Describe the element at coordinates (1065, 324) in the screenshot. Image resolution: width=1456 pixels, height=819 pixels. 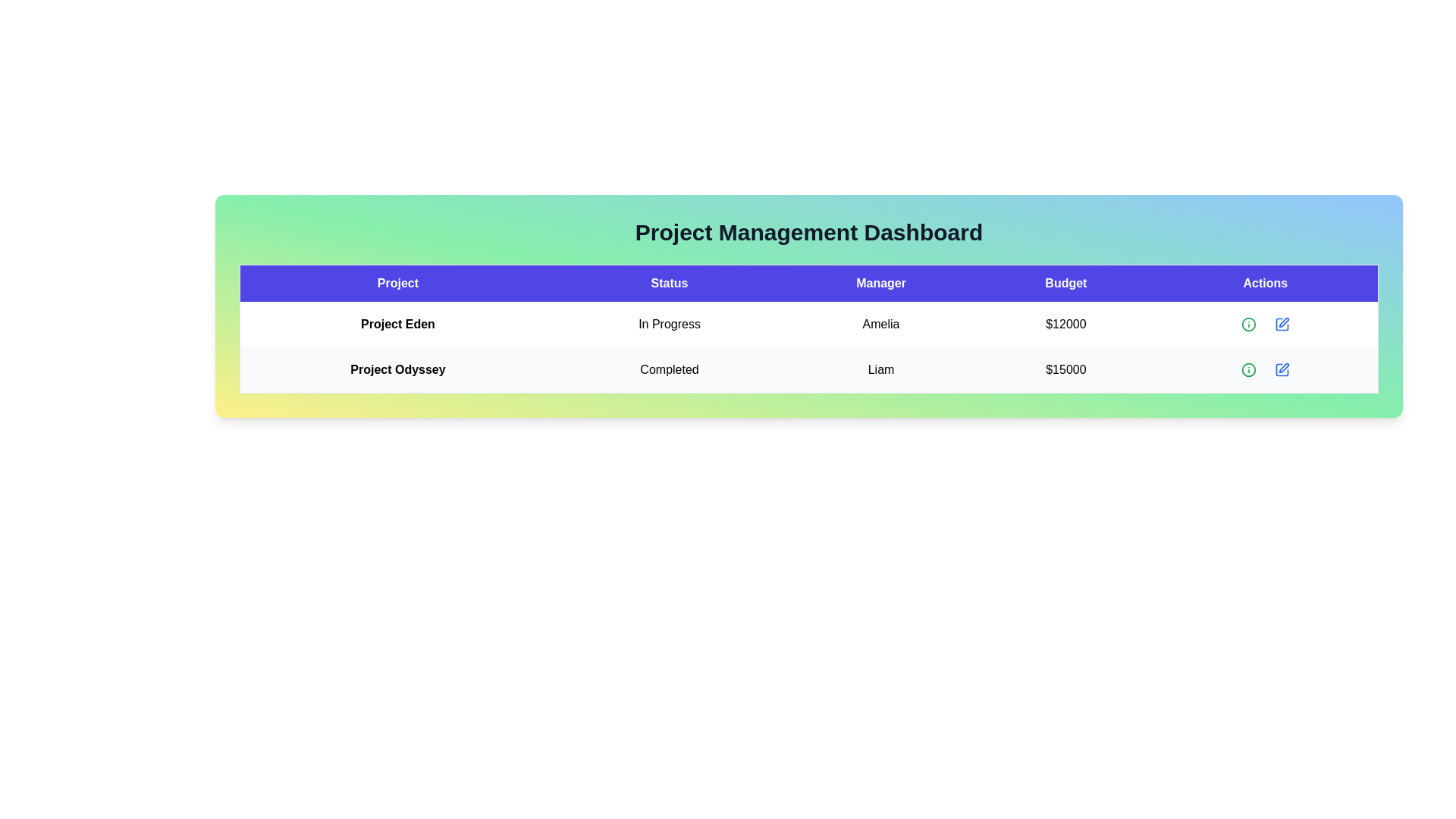
I see `the TableCell containing the text '$12000' in the 'Budget' column of the 'Project Eden' row` at that location.